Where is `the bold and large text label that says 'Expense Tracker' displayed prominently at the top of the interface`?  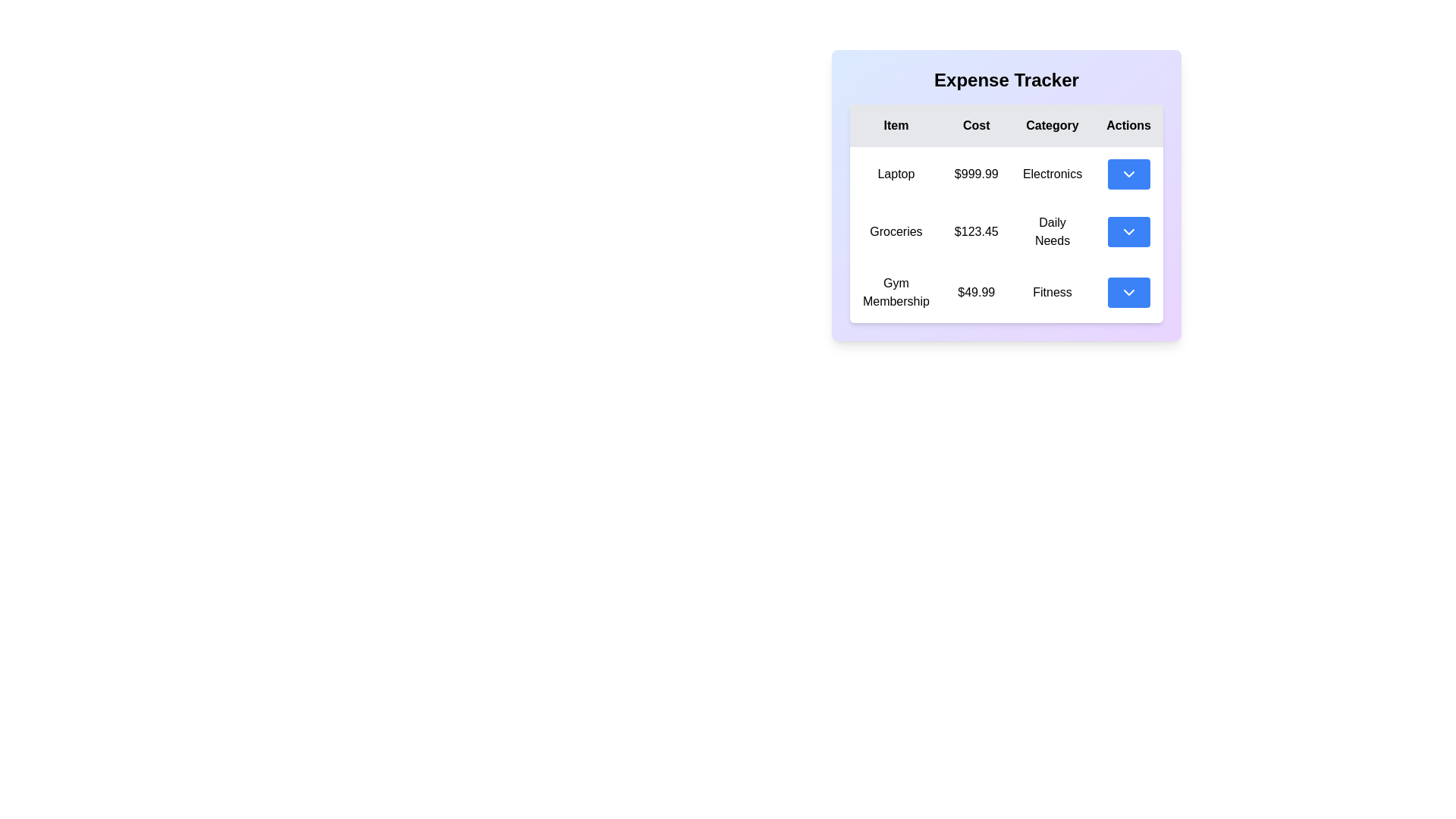 the bold and large text label that says 'Expense Tracker' displayed prominently at the top of the interface is located at coordinates (1006, 80).